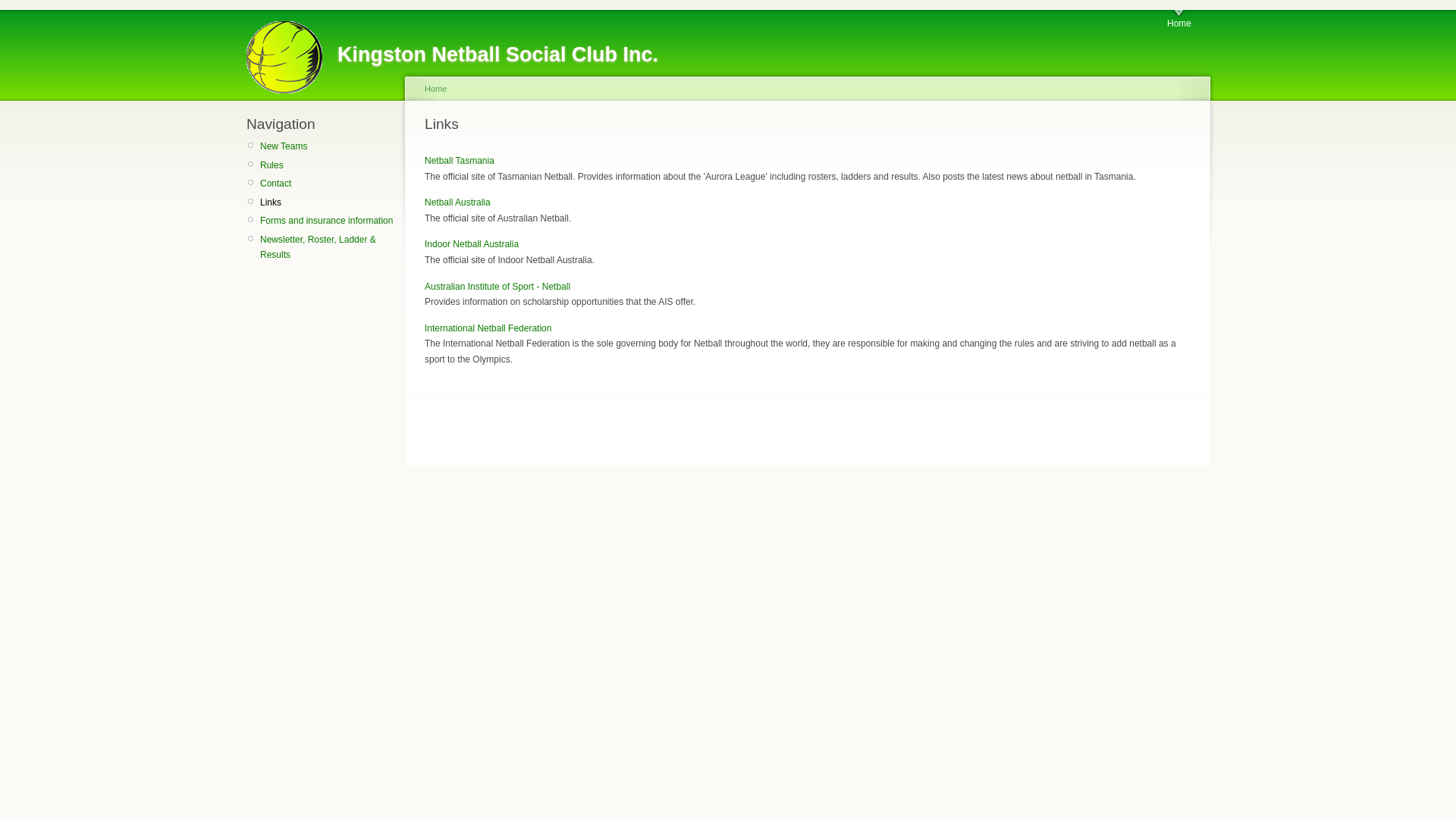 The height and width of the screenshot is (819, 1456). What do you see at coordinates (458, 161) in the screenshot?
I see `'Netball Tasmania'` at bounding box center [458, 161].